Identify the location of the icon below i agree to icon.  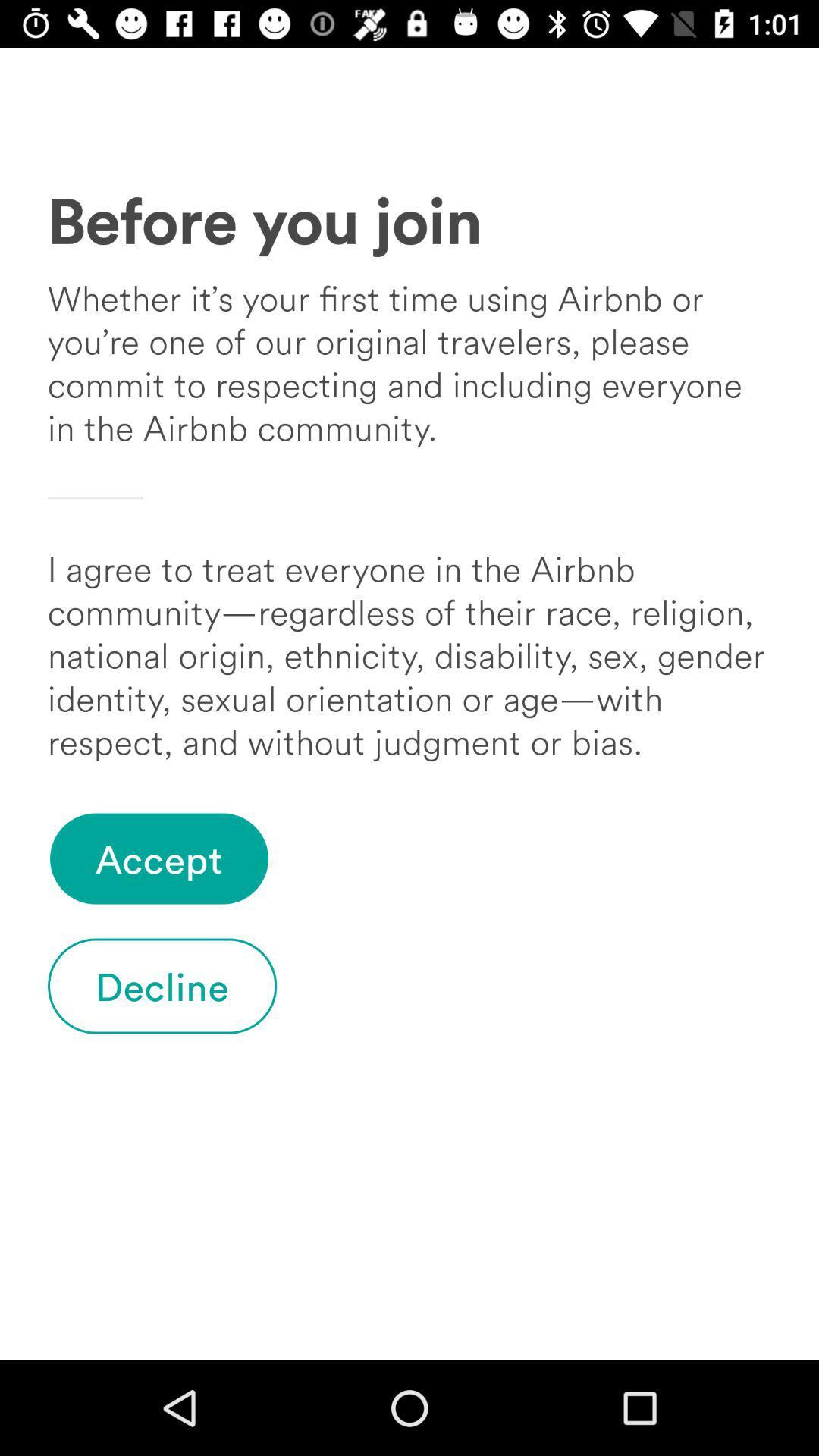
(158, 858).